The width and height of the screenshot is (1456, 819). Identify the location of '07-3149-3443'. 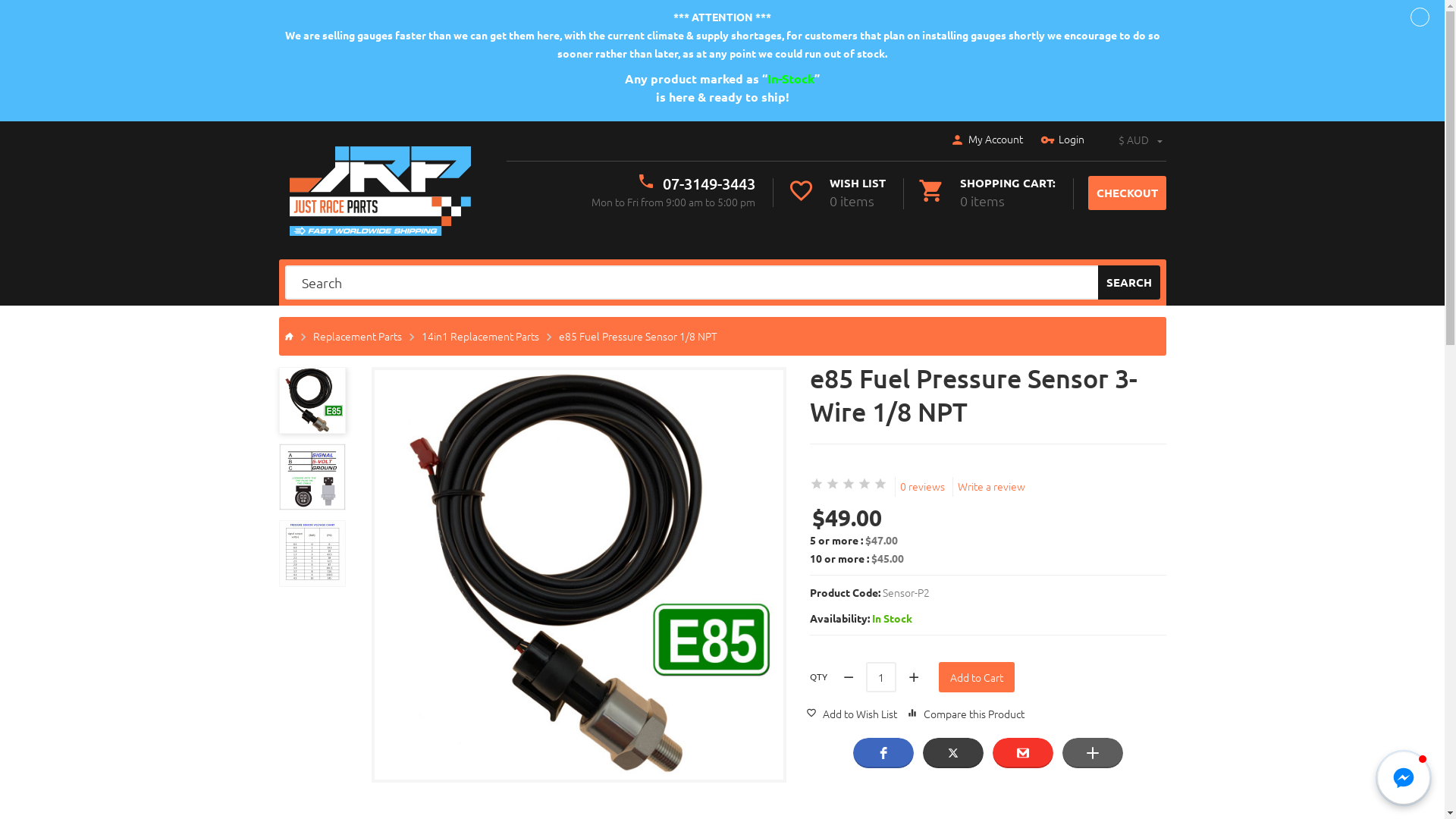
(662, 183).